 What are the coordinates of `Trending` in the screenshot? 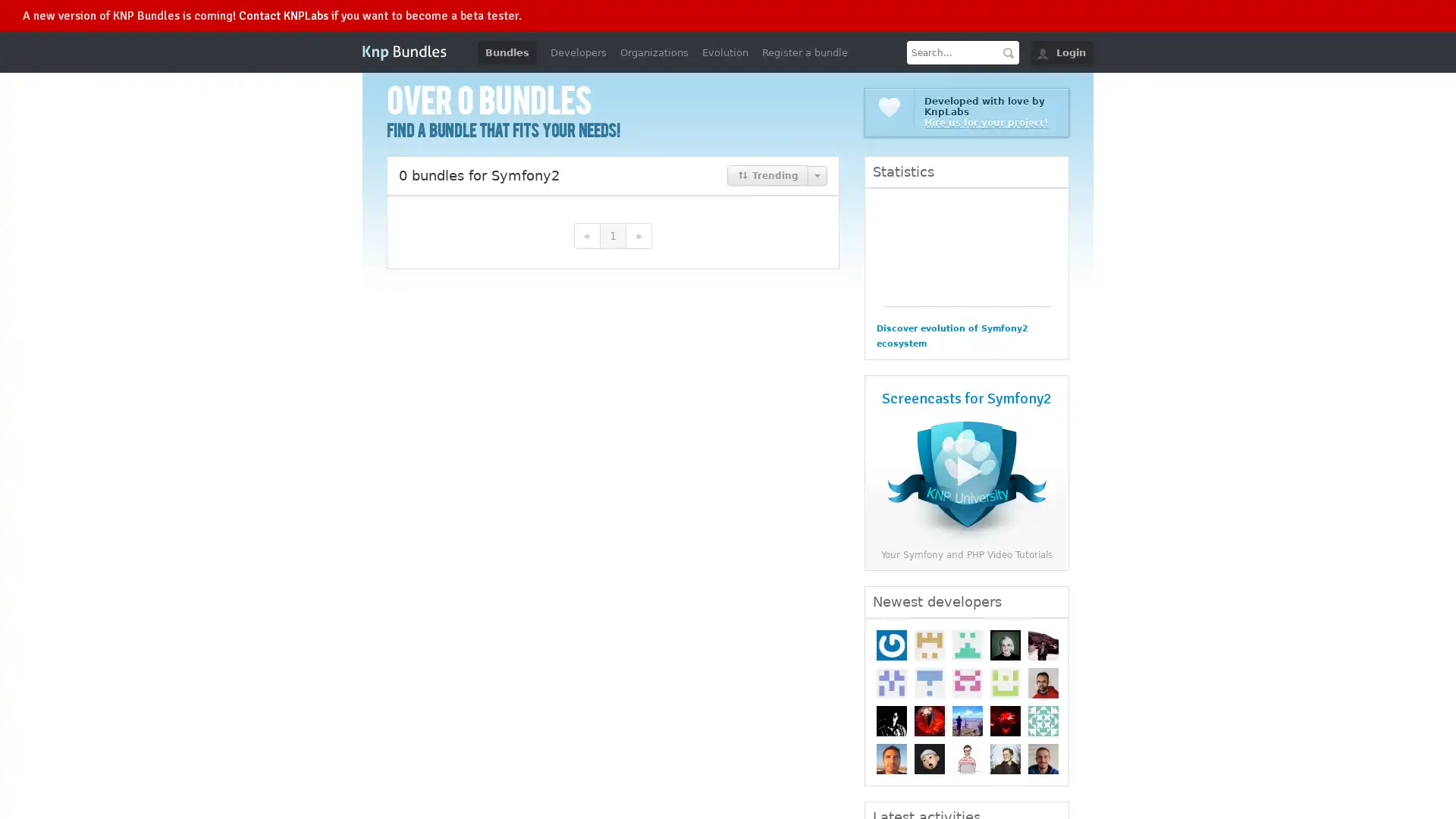 It's located at (767, 174).